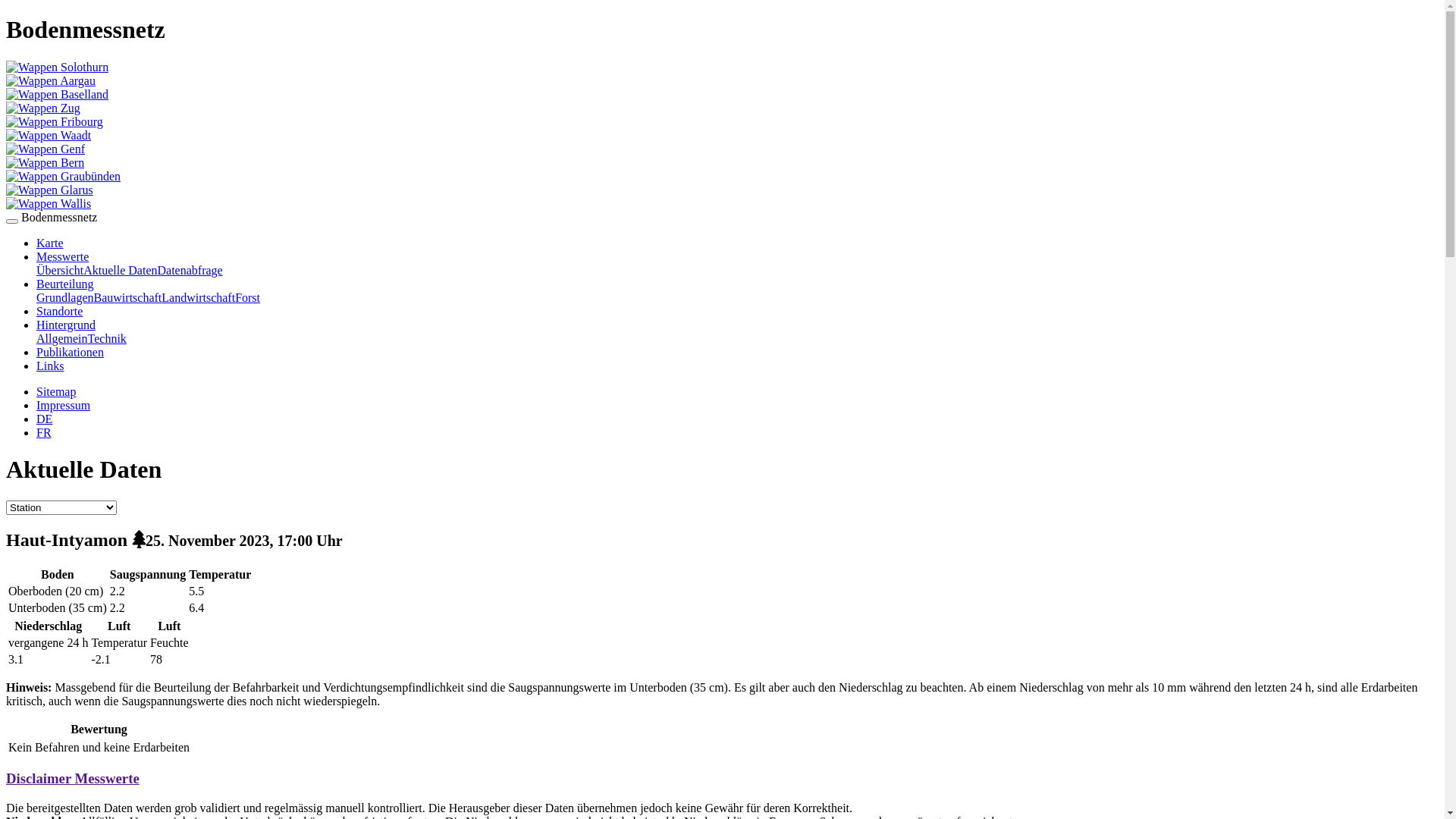 The height and width of the screenshot is (819, 1456). What do you see at coordinates (36, 284) in the screenshot?
I see `'Beurteilung'` at bounding box center [36, 284].